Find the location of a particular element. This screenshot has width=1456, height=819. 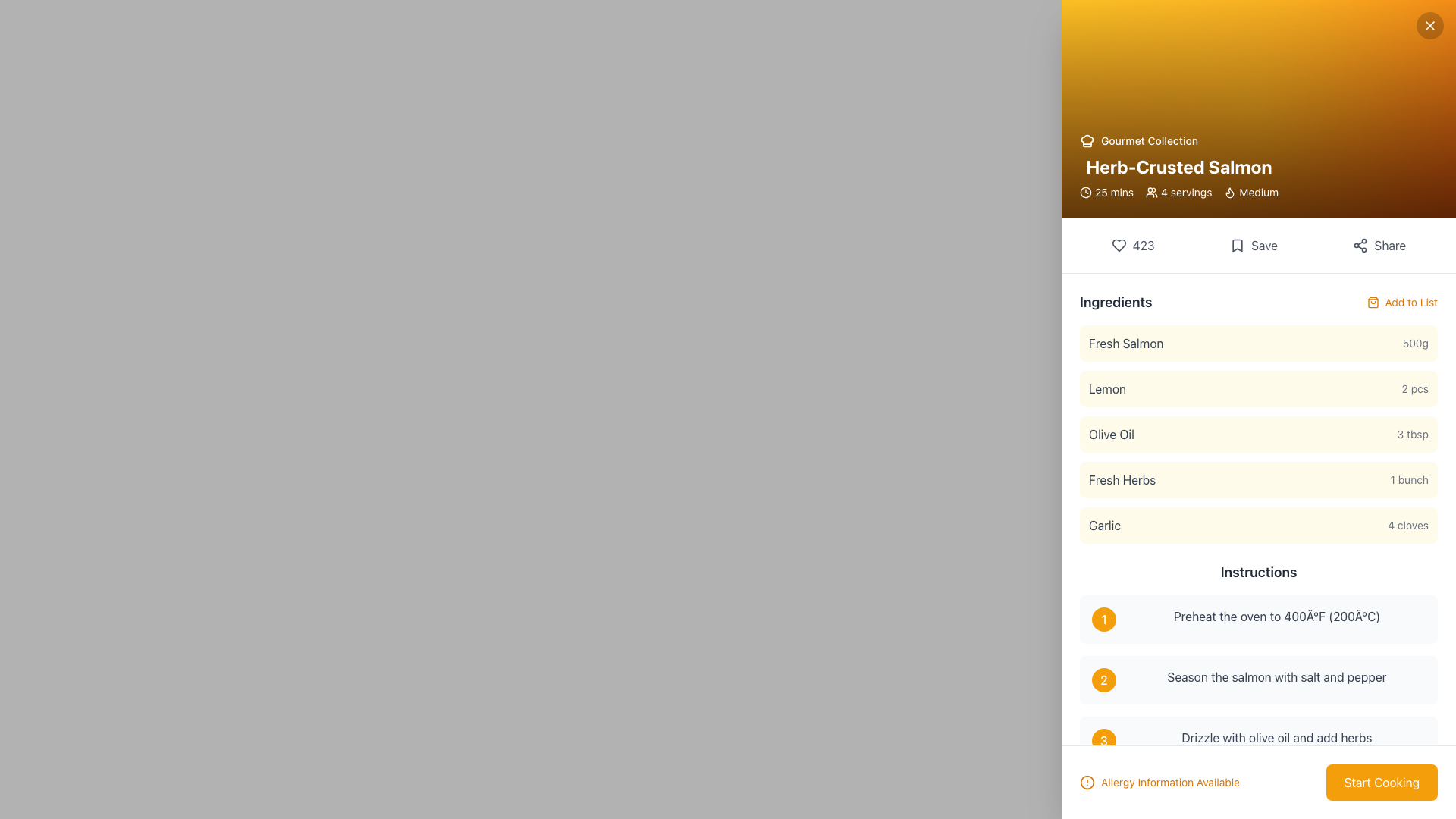

the button located on the top-right side of the 'Ingredients' section heading is located at coordinates (1401, 302).